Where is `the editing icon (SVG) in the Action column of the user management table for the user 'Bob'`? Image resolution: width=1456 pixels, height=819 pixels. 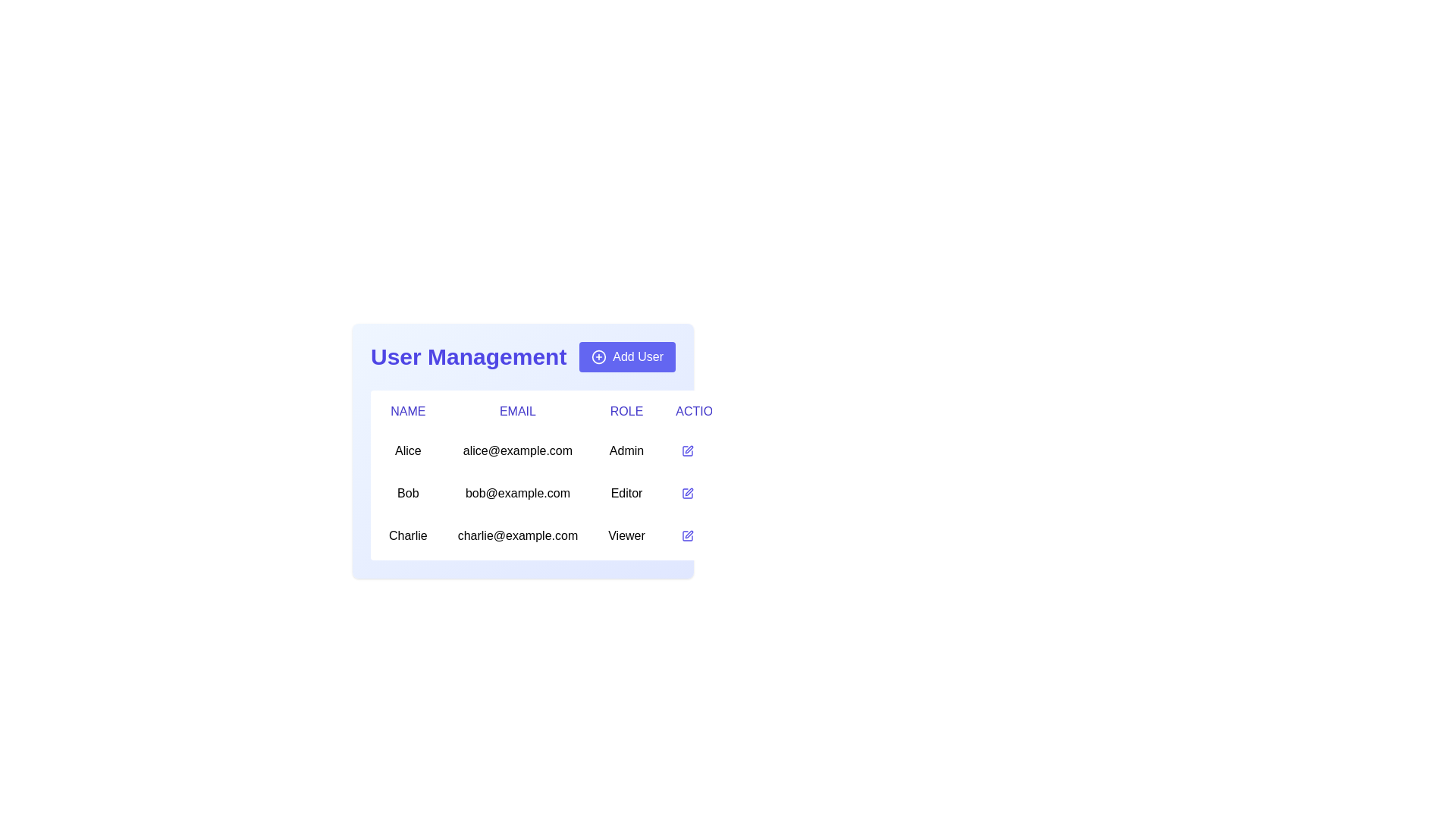 the editing icon (SVG) in the Action column of the user management table for the user 'Bob' is located at coordinates (688, 491).